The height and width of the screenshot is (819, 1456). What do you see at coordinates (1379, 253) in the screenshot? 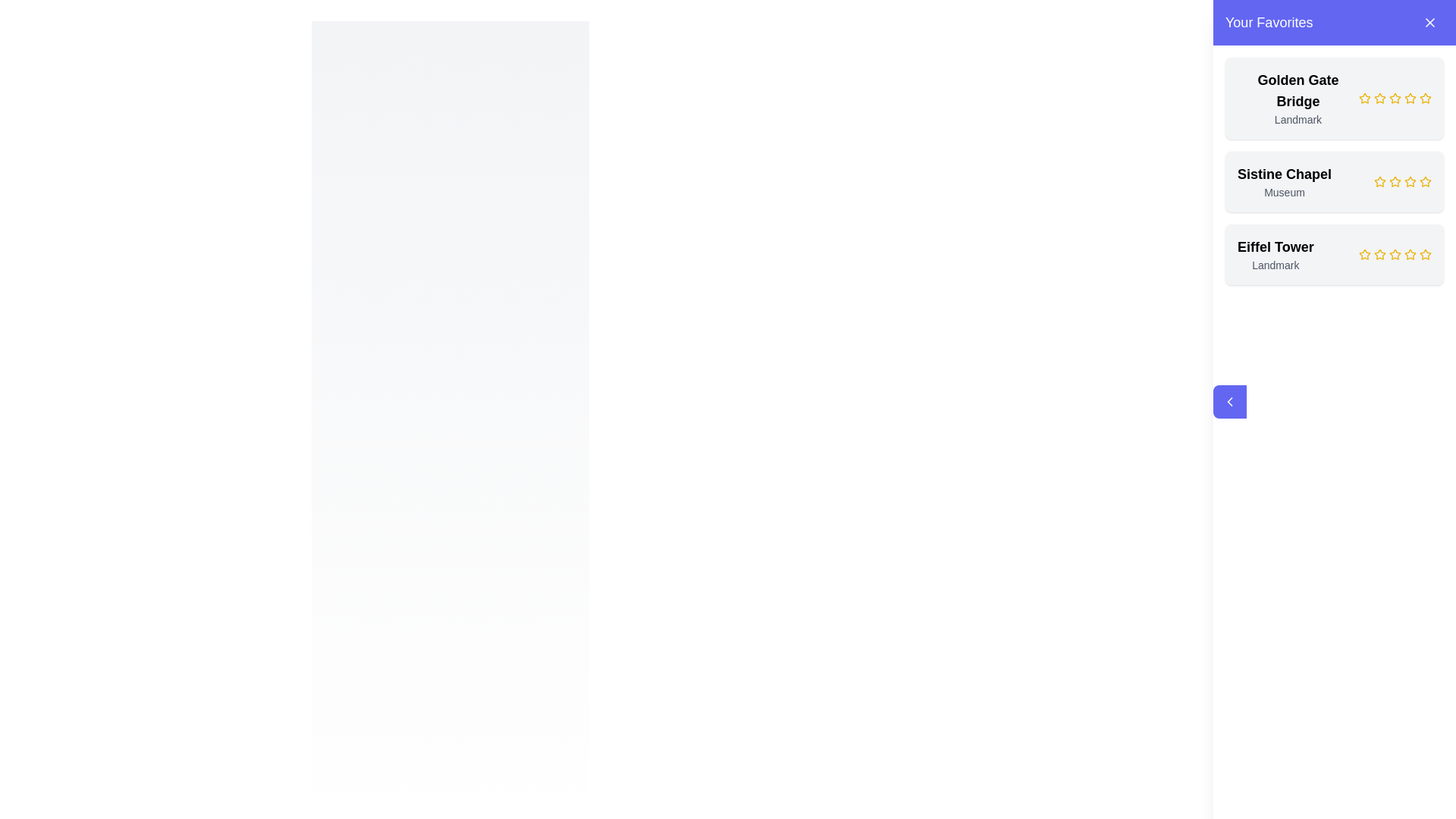
I see `the first star in the rating widget` at bounding box center [1379, 253].